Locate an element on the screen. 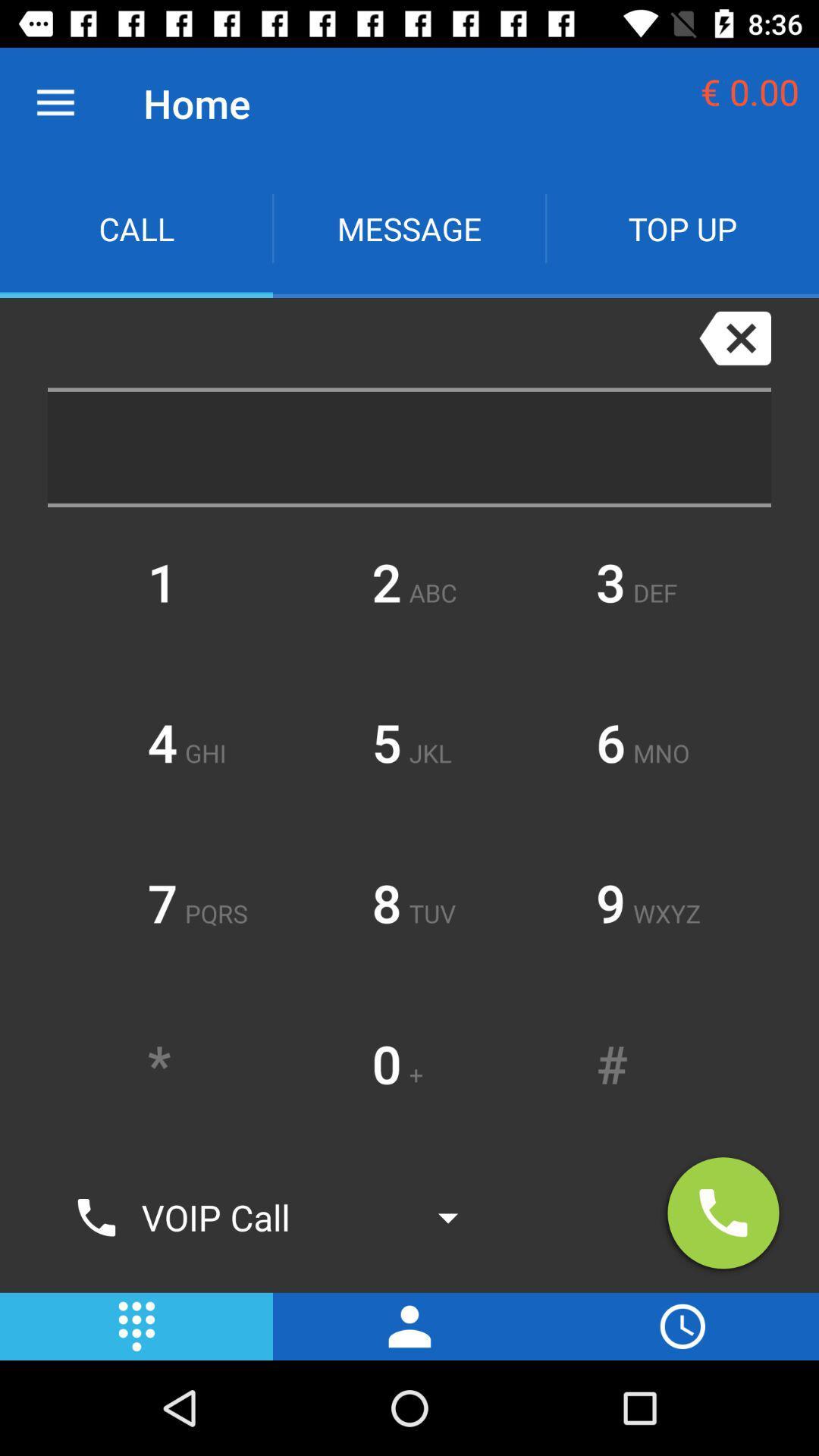 This screenshot has height=1456, width=819. icon next to home is located at coordinates (55, 102).